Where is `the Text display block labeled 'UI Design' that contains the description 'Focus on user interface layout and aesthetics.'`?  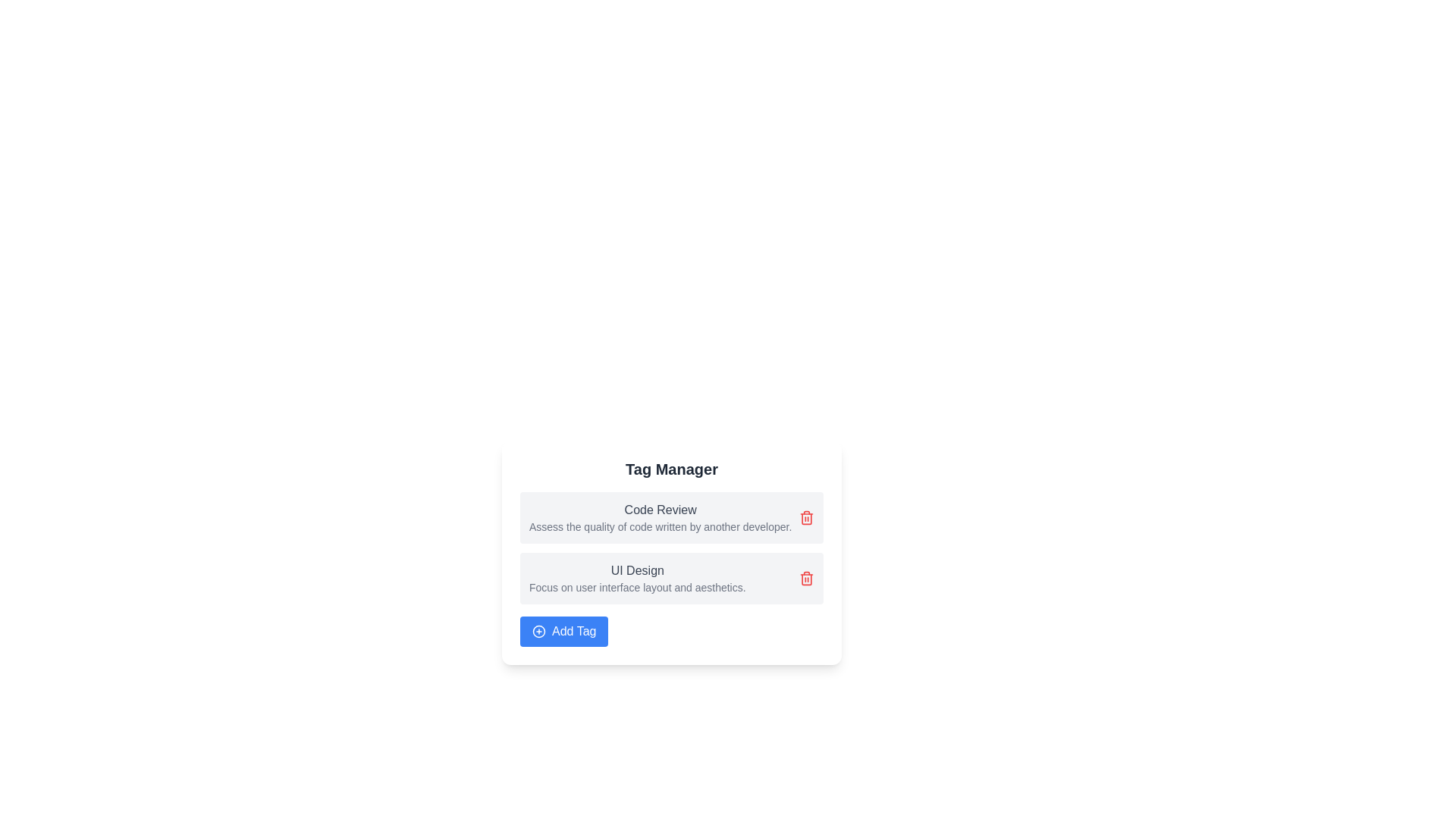
the Text display block labeled 'UI Design' that contains the description 'Focus on user interface layout and aesthetics.' is located at coordinates (637, 579).